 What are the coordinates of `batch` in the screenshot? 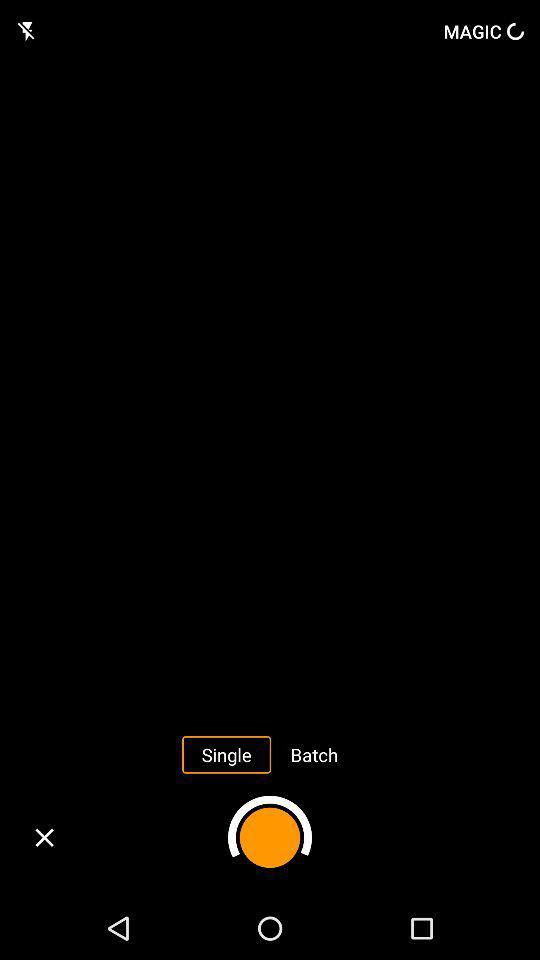 It's located at (314, 753).